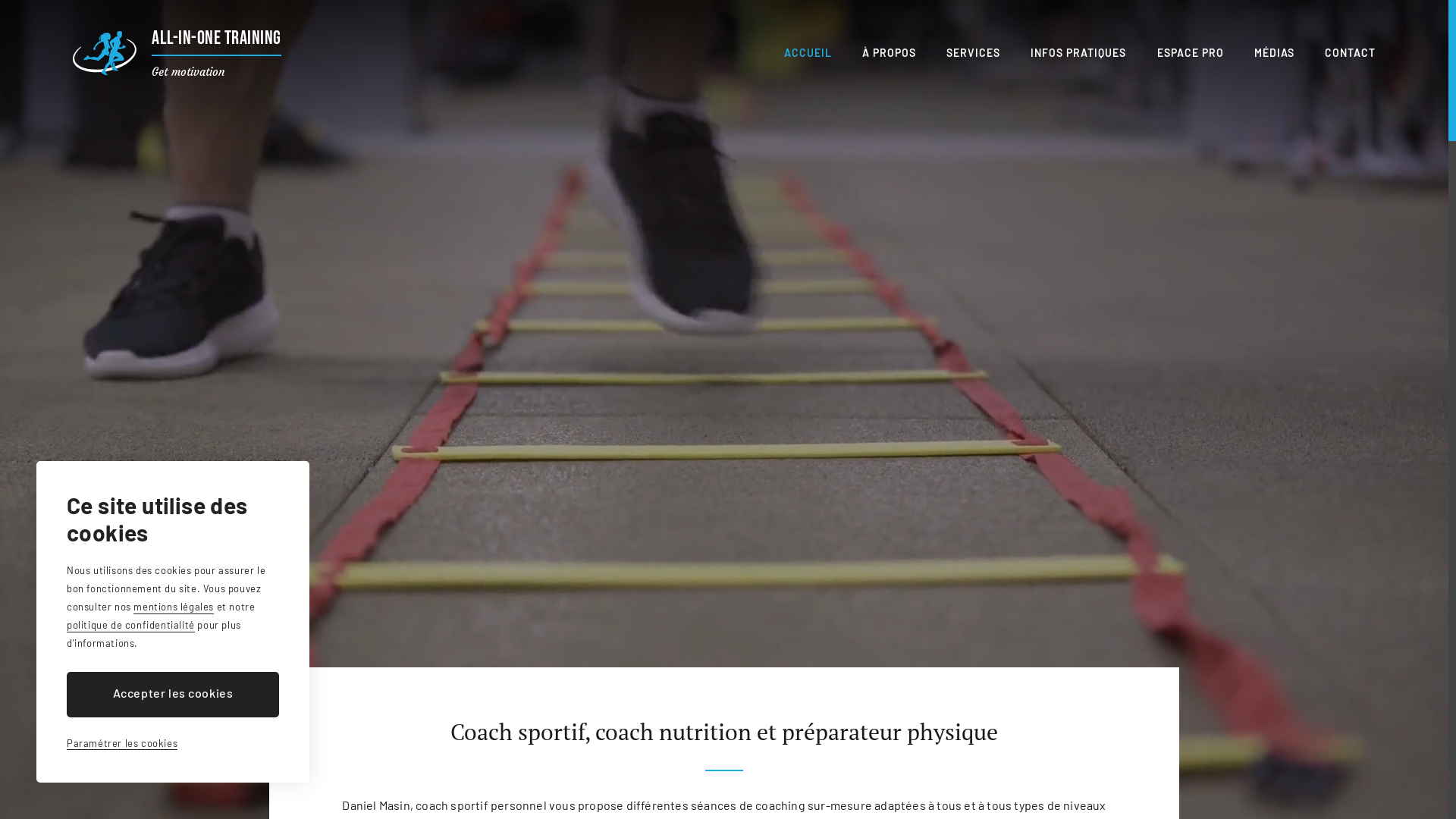 Image resolution: width=1456 pixels, height=819 pixels. Describe the element at coordinates (807, 52) in the screenshot. I see `'ACCUEIL'` at that location.